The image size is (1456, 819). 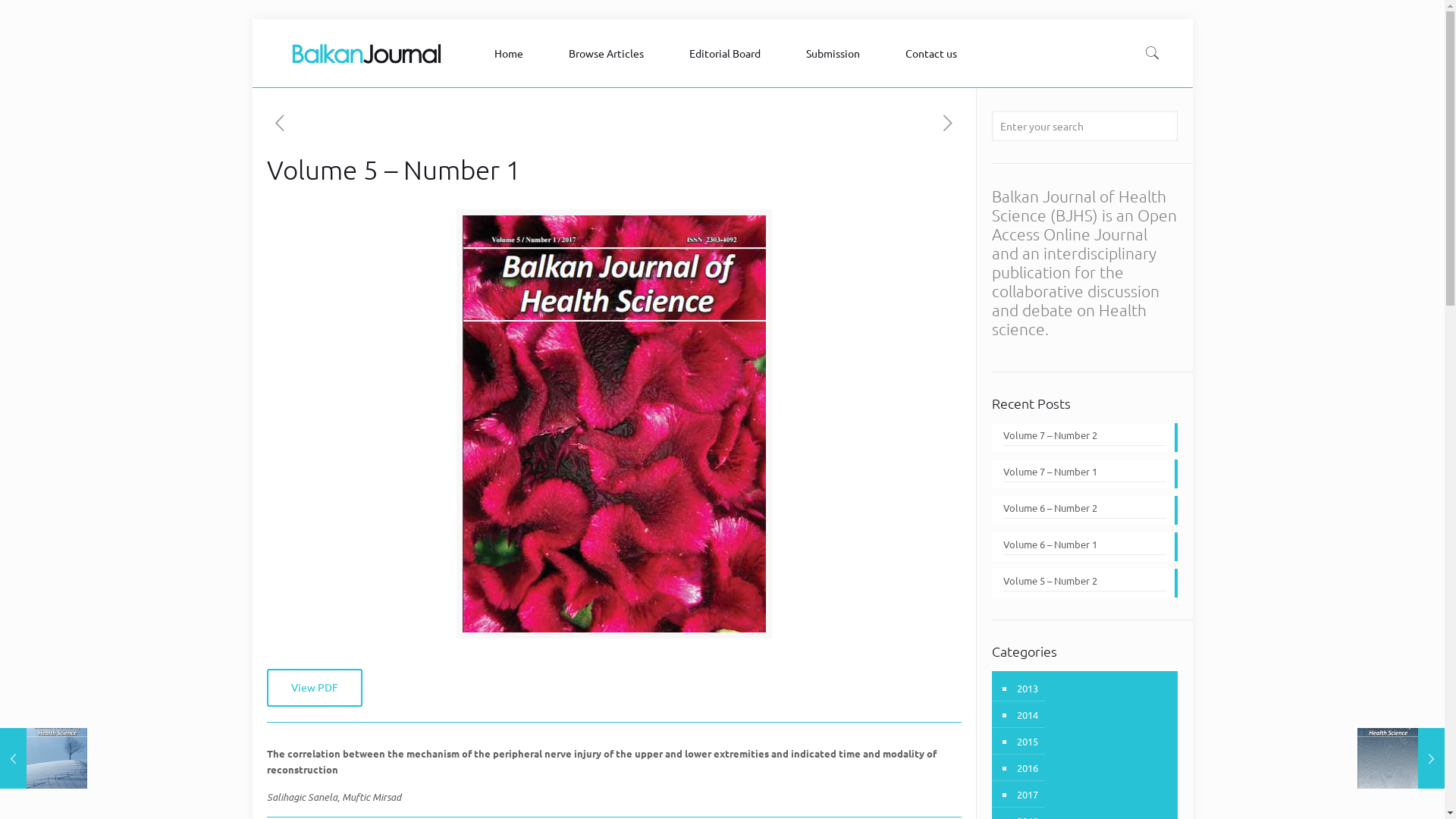 I want to click on 'Contact us', so click(x=934, y=52).